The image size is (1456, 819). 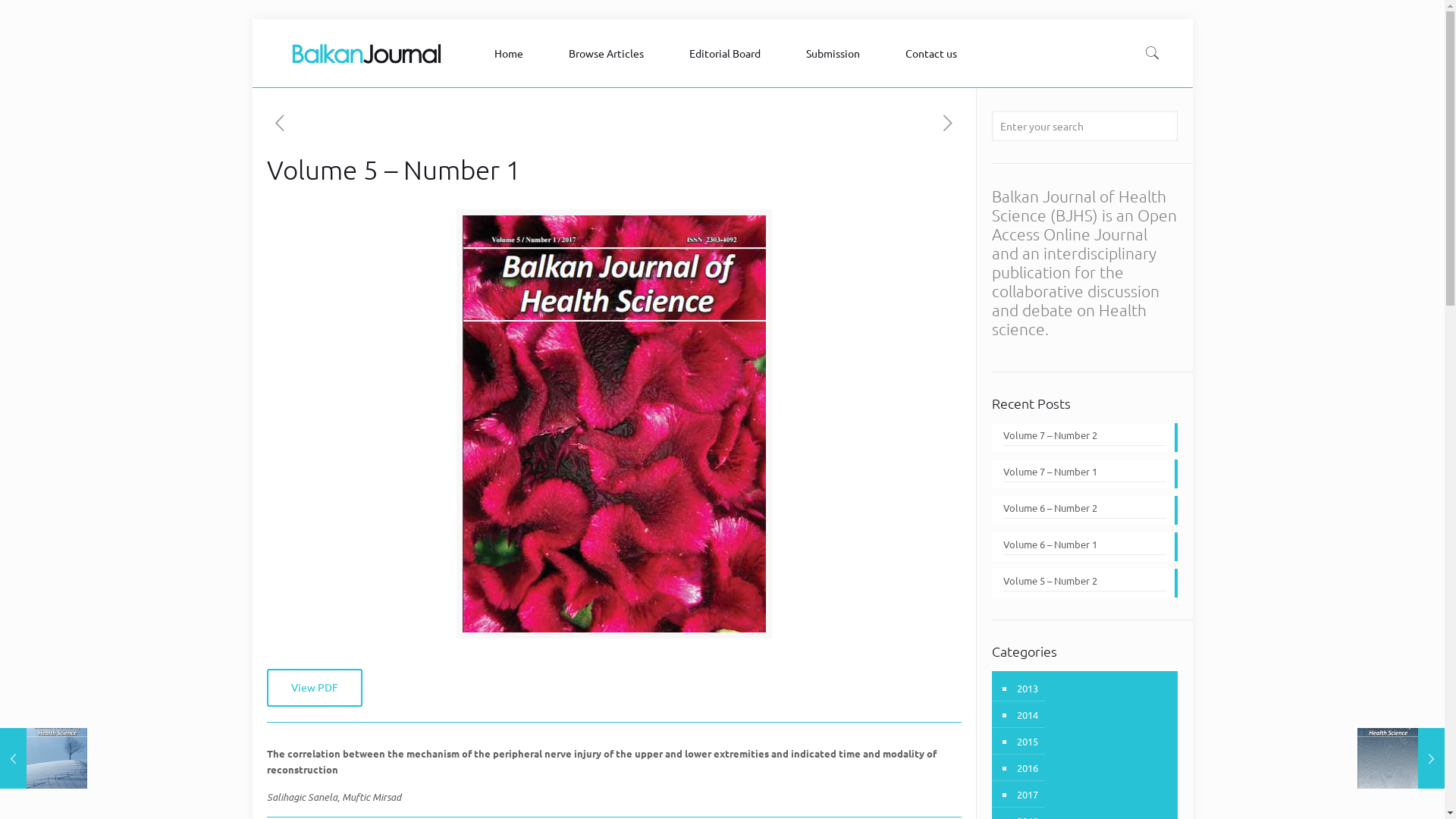 I want to click on 'Contact us', so click(x=934, y=52).